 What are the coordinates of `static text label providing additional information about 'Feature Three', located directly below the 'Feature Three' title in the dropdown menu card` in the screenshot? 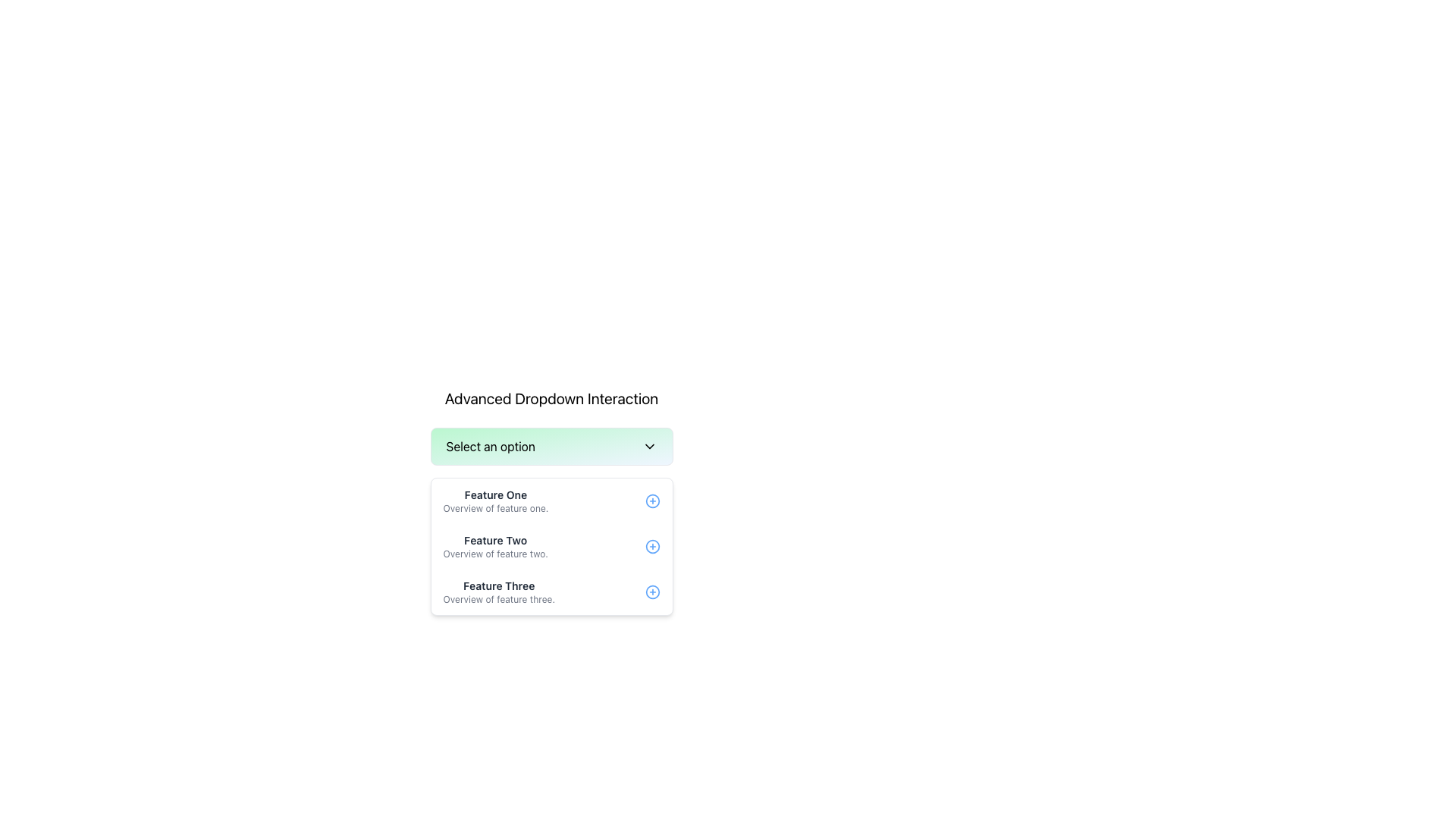 It's located at (499, 598).